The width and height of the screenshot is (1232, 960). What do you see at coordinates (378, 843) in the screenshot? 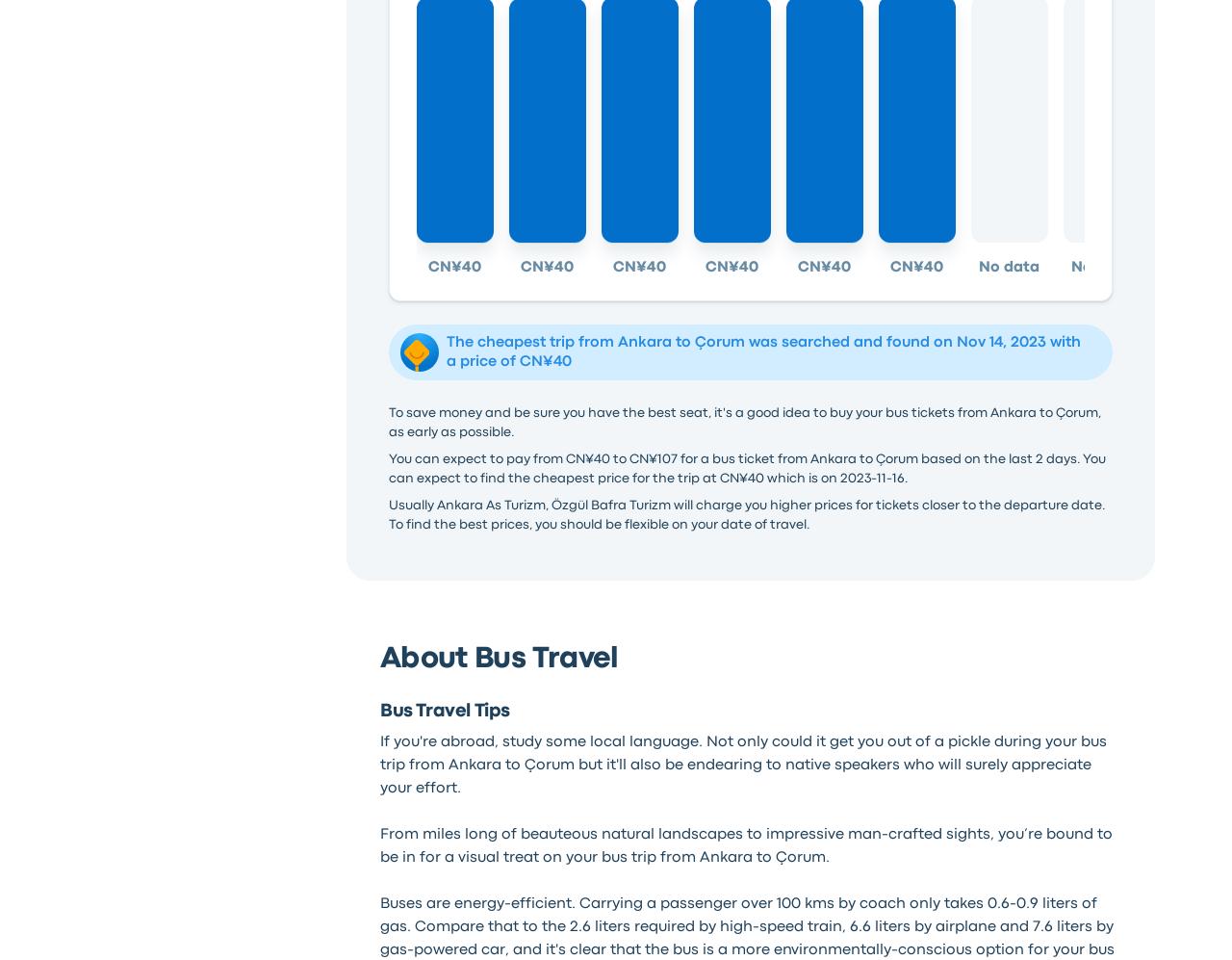
I see `'From miles long of beauteous natural landscapes to impressive man-crafted sights, you’re bound to be in for a visual treat on your bus trip from Ankara to Çorum.'` at bounding box center [378, 843].